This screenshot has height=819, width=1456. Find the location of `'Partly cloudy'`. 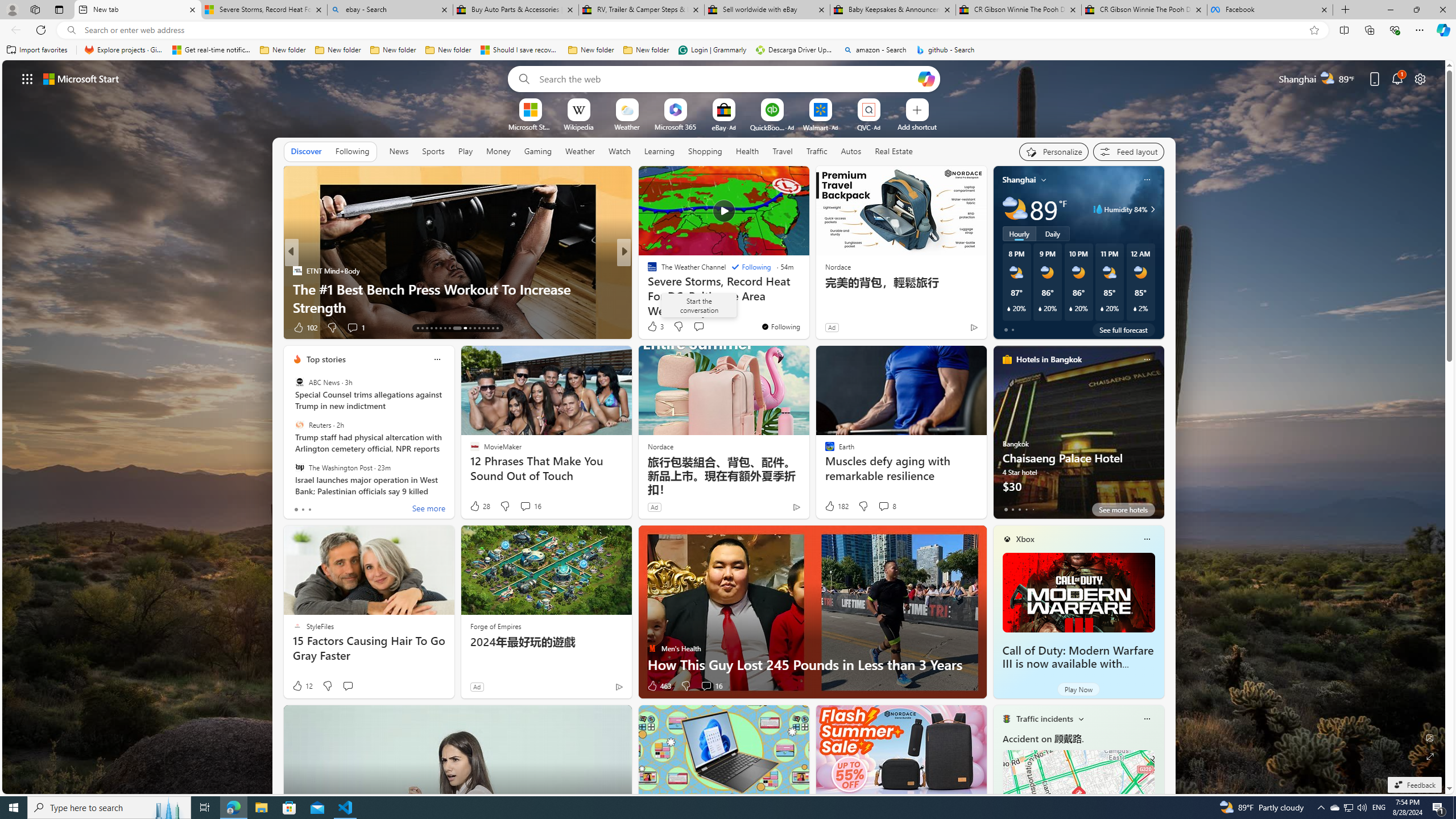

'Partly cloudy' is located at coordinates (1015, 209).